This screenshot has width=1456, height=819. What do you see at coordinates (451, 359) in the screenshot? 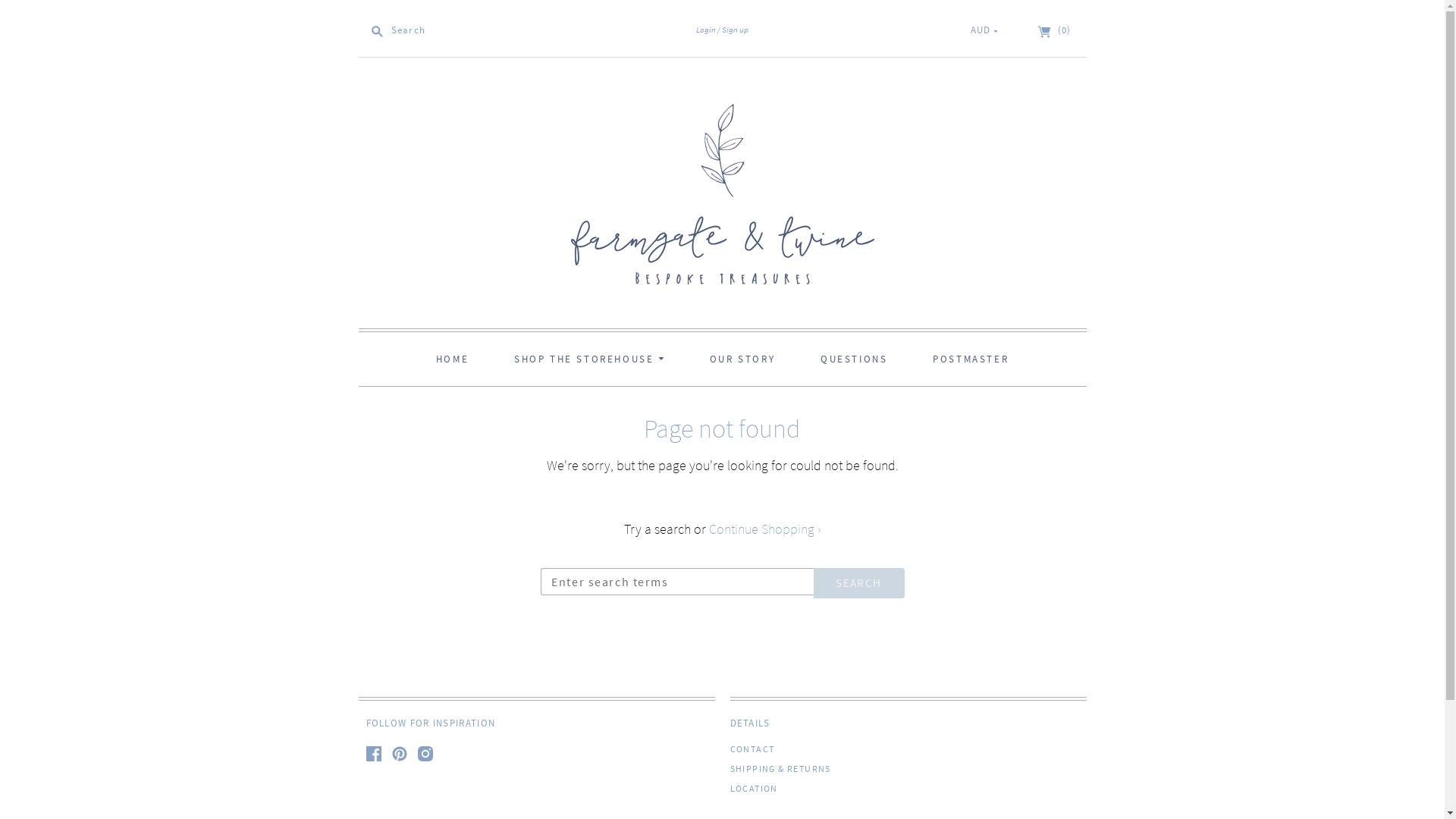
I see `'HOME'` at bounding box center [451, 359].